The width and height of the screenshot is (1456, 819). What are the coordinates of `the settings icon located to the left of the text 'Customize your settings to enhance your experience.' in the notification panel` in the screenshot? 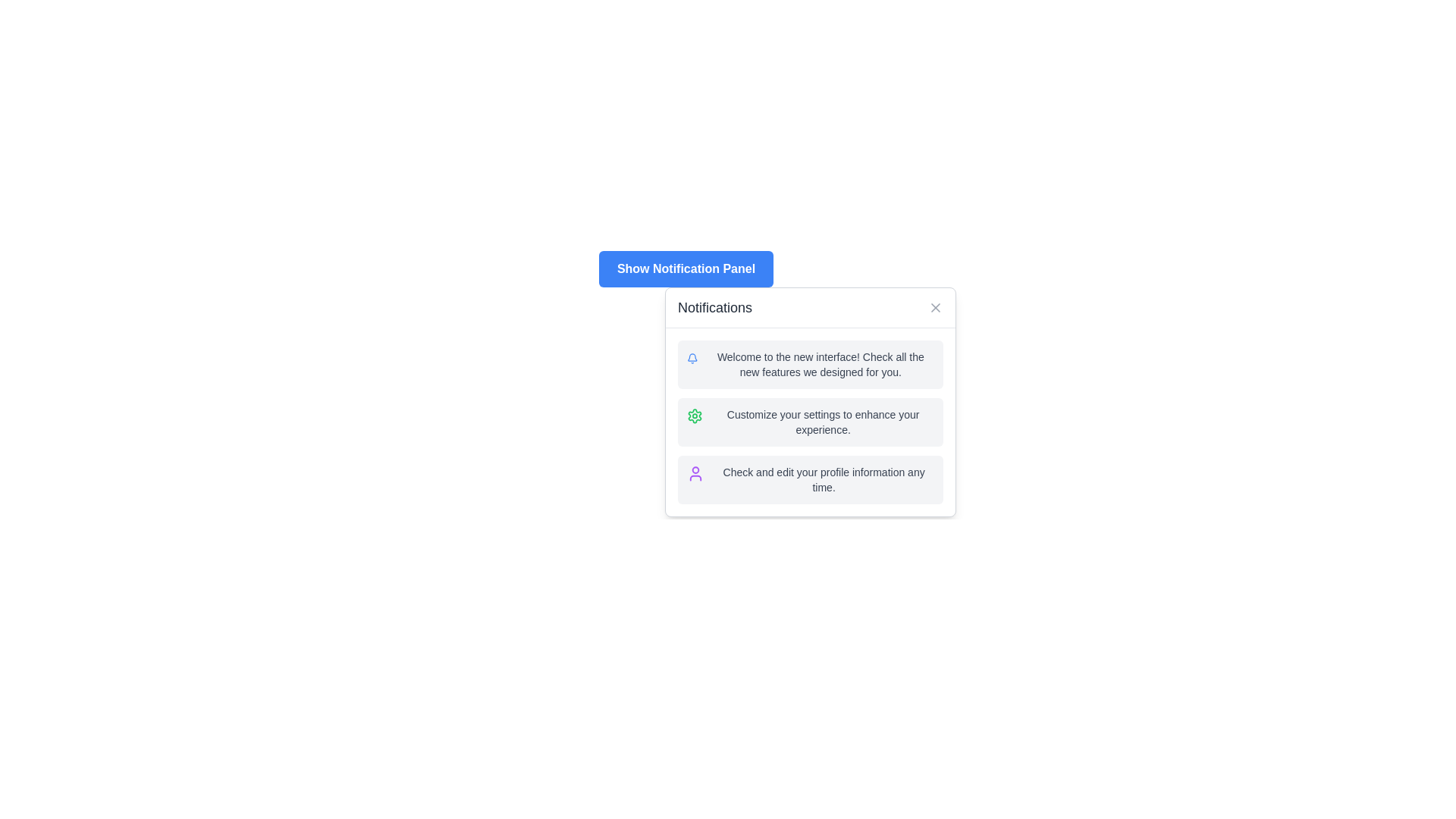 It's located at (694, 416).